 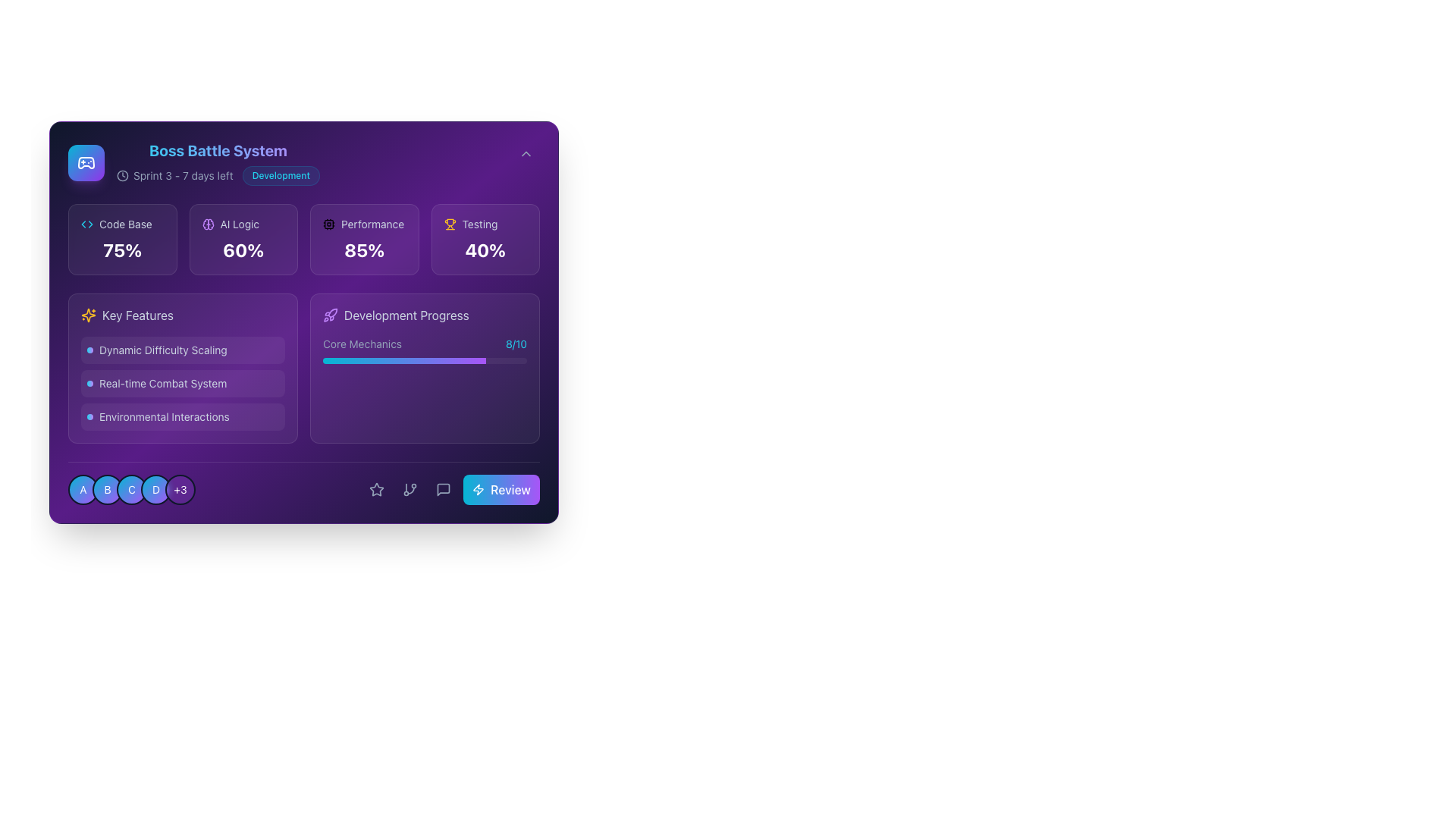 I want to click on the chat bubble icon located near the bottom-right section of the interface, so click(x=443, y=489).